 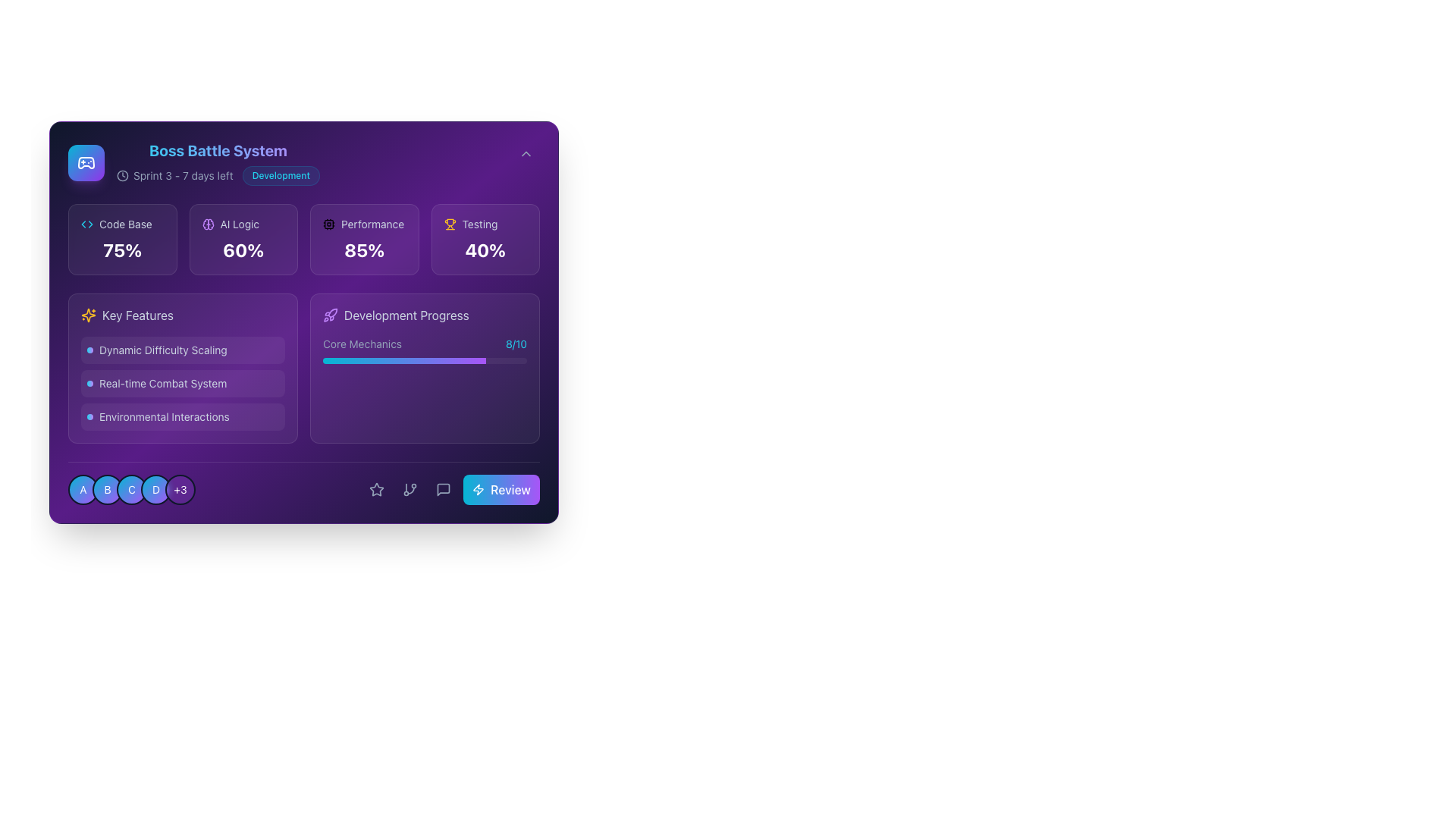 I want to click on the chat bubble icon located near the bottom-right section of the interface, so click(x=443, y=489).